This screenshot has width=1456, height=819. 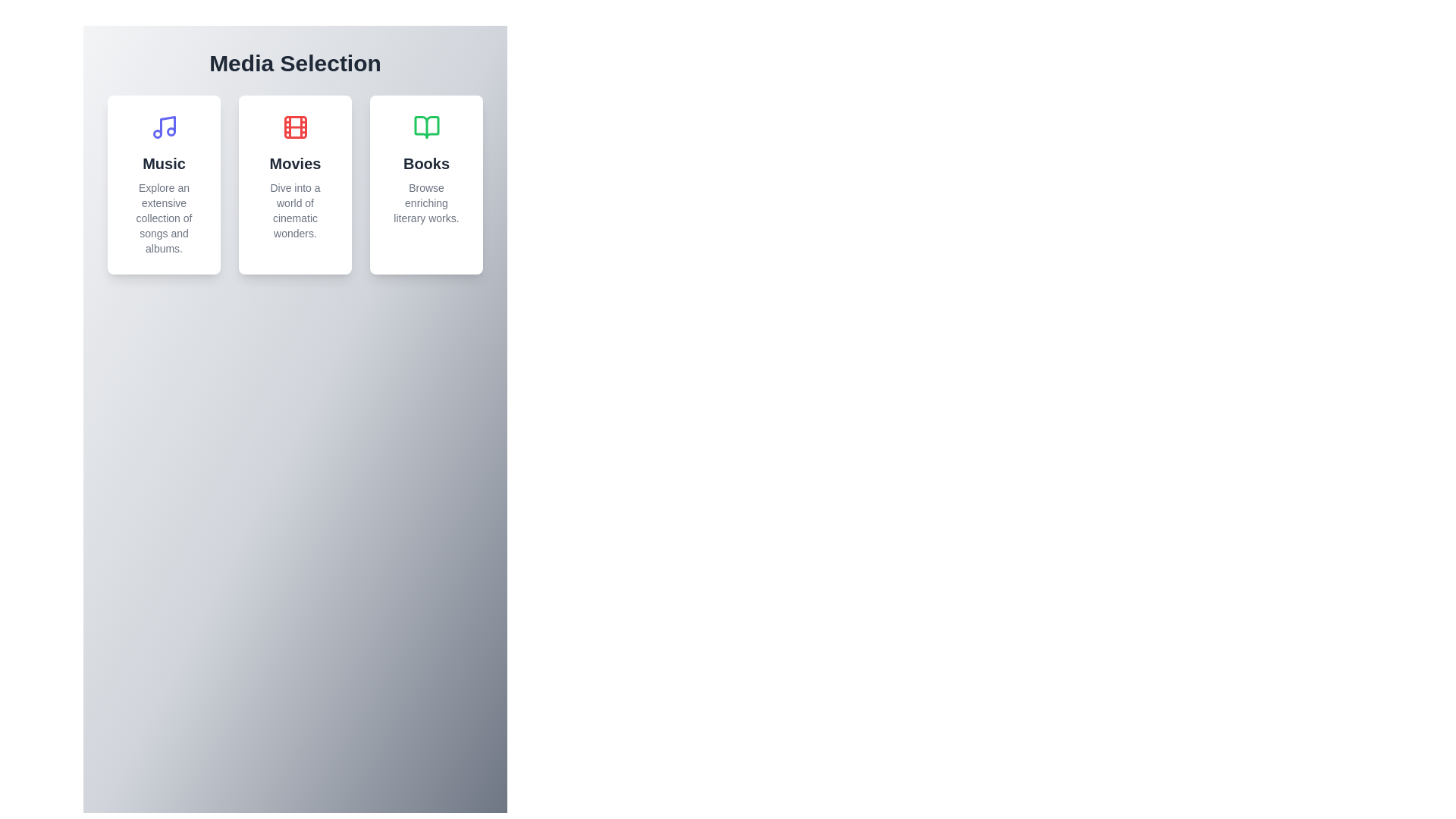 What do you see at coordinates (295, 210) in the screenshot?
I see `the descriptive tagline text located beneath the 'Movies' title, which is centered in the middle card of a set of three cards` at bounding box center [295, 210].